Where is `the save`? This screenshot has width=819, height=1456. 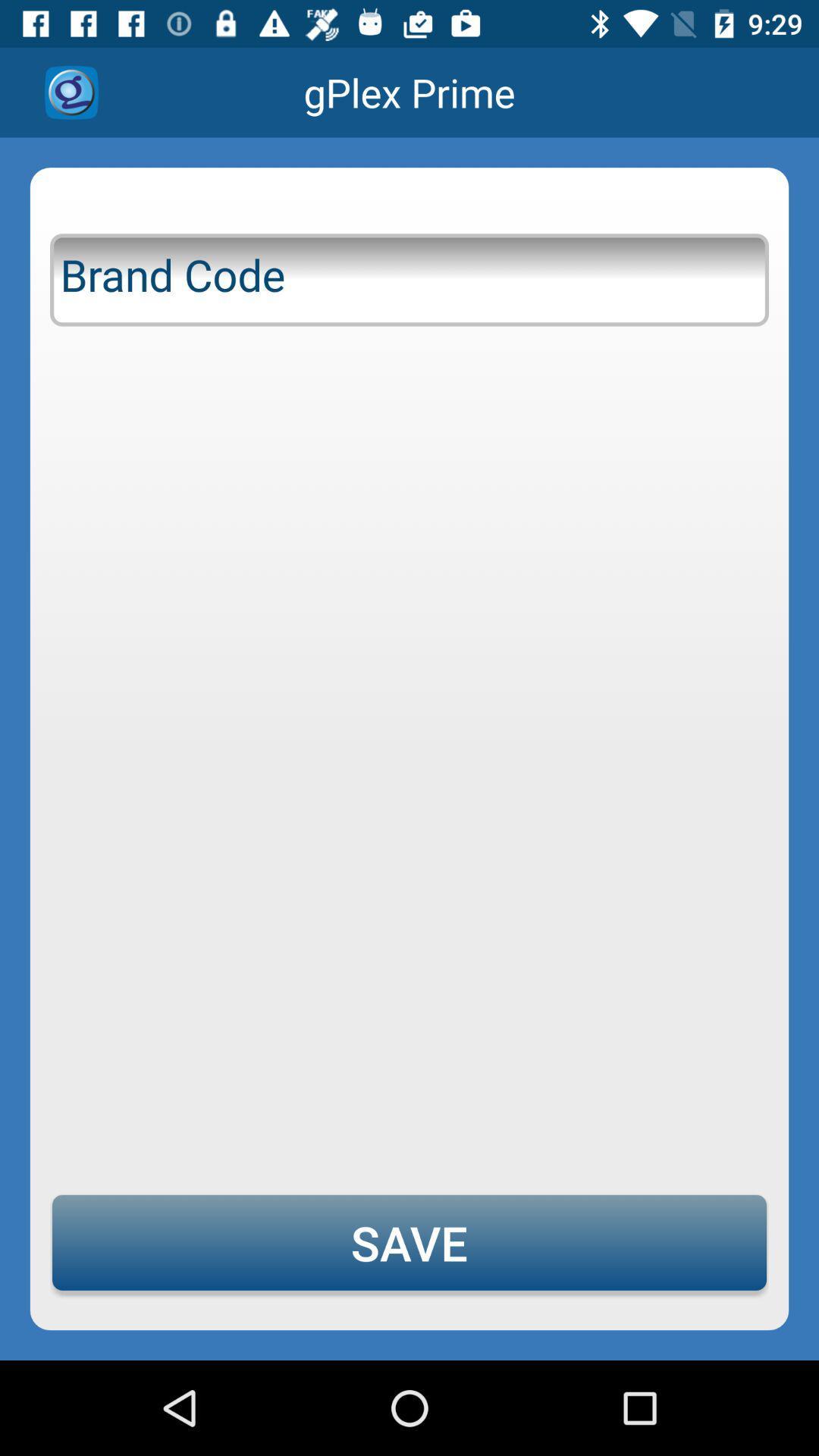
the save is located at coordinates (409, 1242).